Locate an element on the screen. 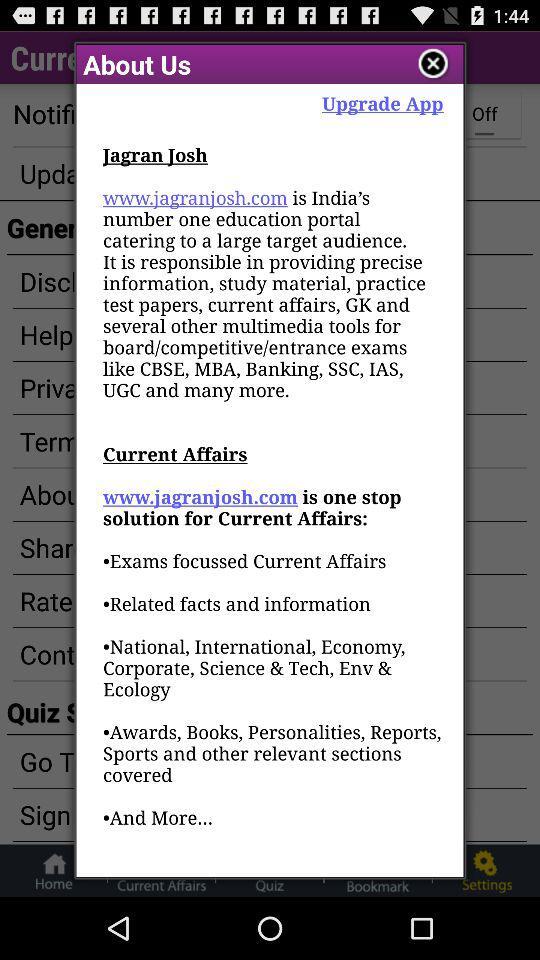 The height and width of the screenshot is (960, 540). the app above the jagran josh www item is located at coordinates (382, 103).